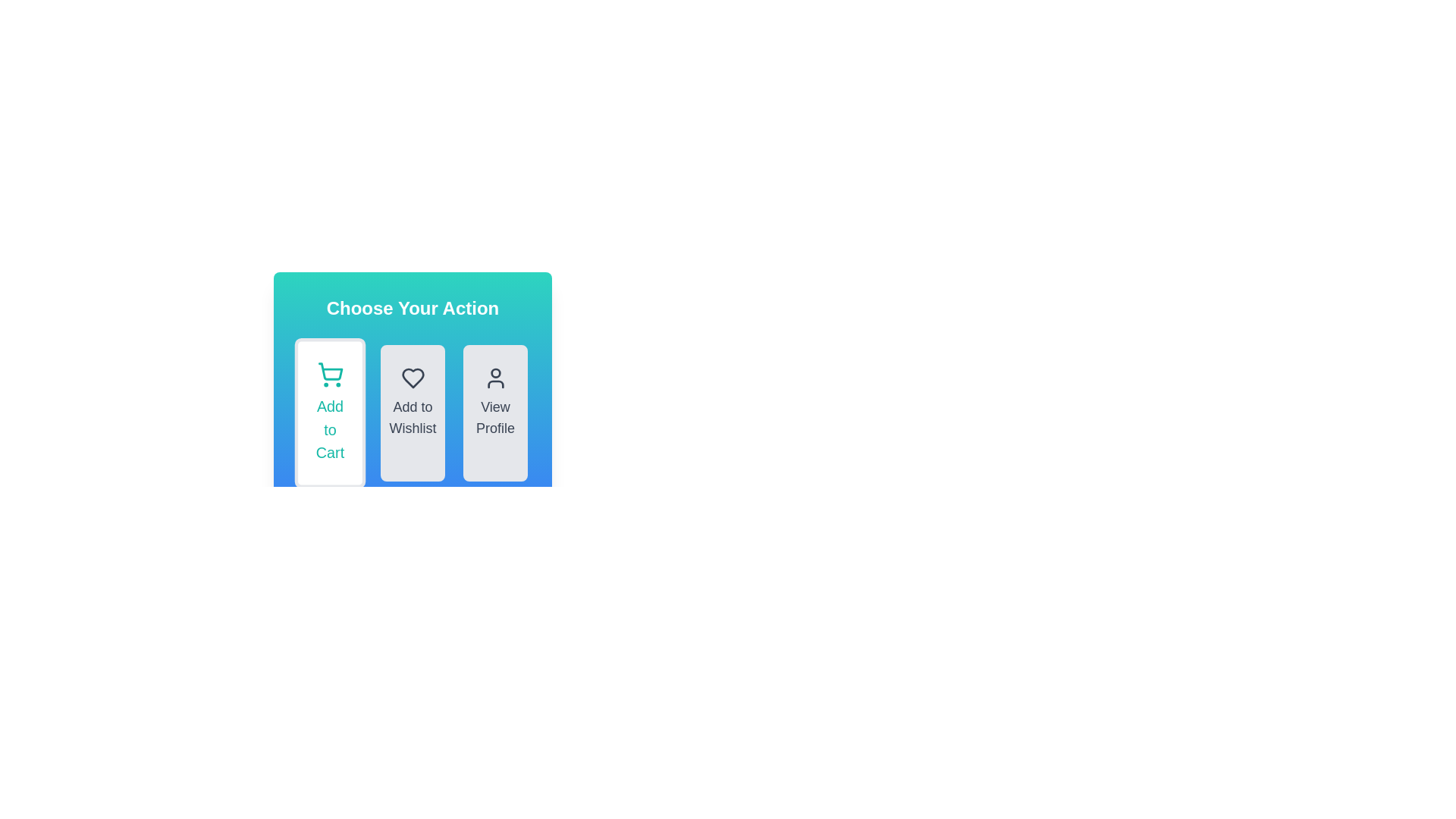 The height and width of the screenshot is (819, 1456). I want to click on the 'Add to Cart' icon, which is the top visual element within the 'Add to Cart' button group, located to the left of the 'Add to Wishlist' button, so click(329, 375).